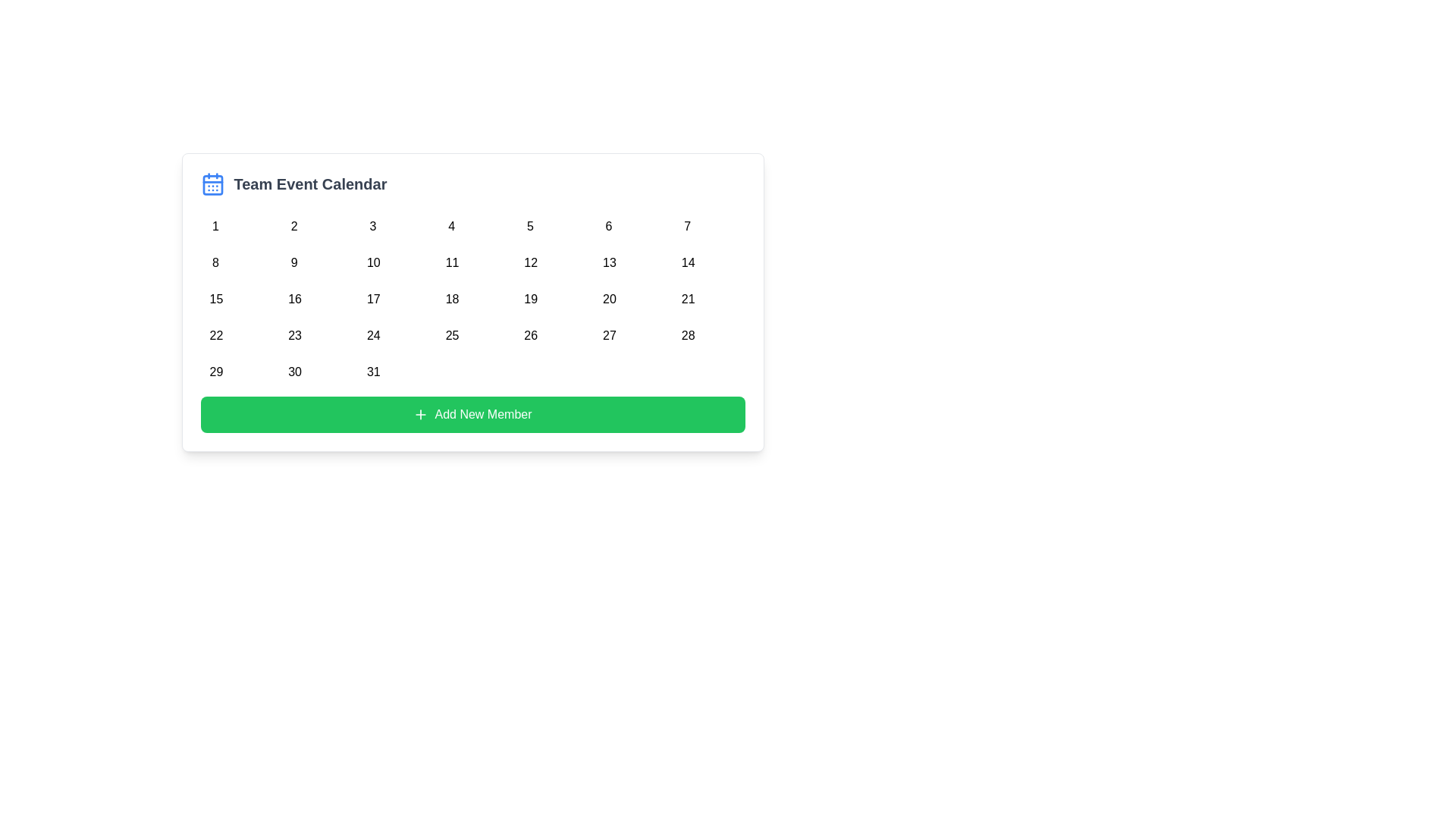  I want to click on the button representing the number '10', so click(372, 259).